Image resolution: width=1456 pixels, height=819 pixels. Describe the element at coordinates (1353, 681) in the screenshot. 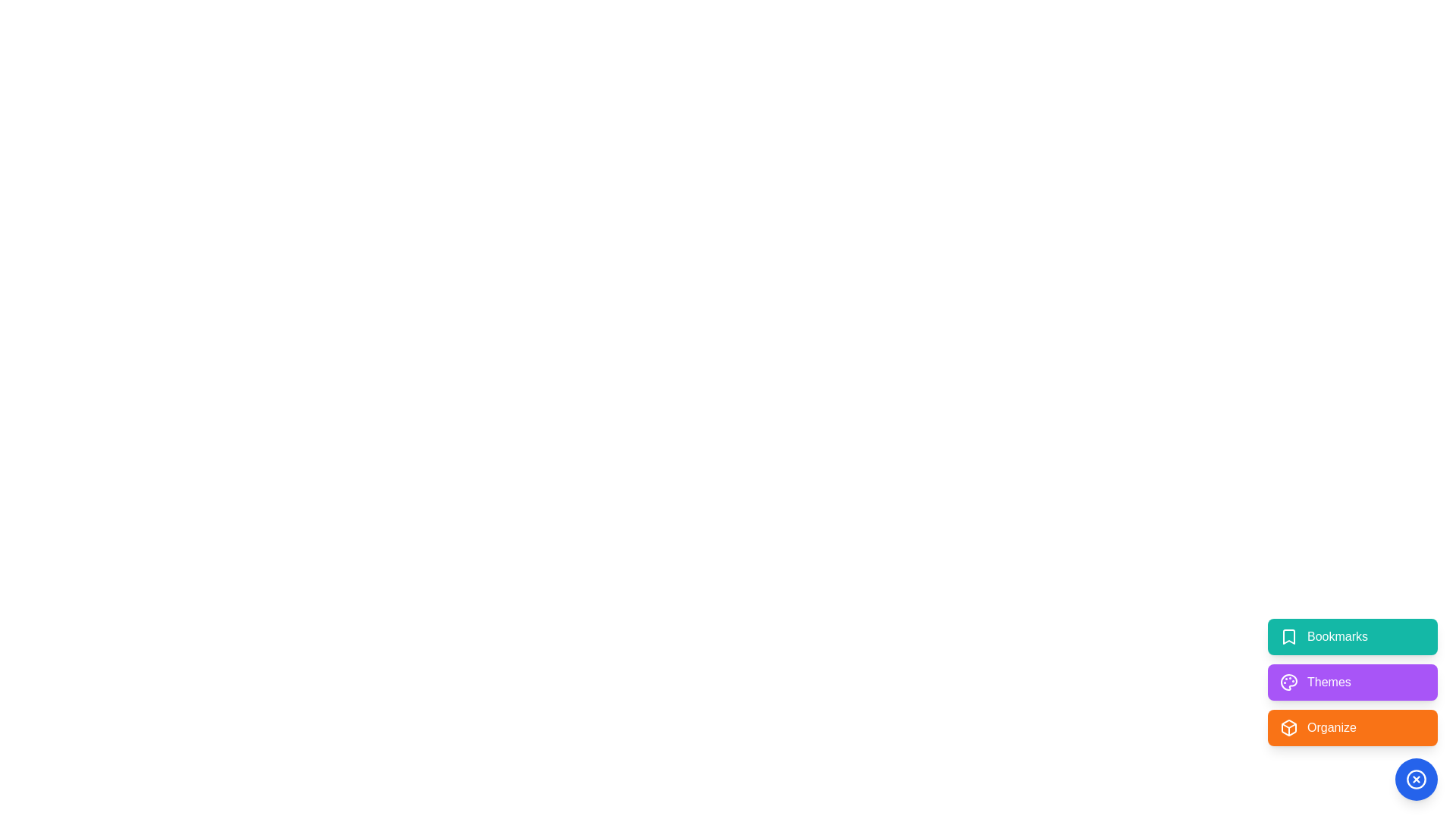

I see `'Themes' button to perform the associated action` at that location.